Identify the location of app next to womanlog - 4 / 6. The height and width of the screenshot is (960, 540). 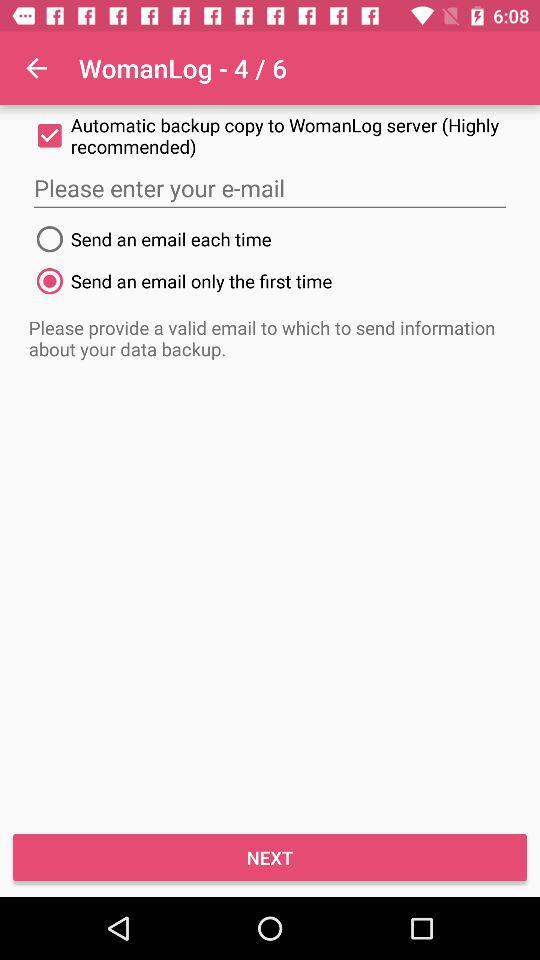
(36, 68).